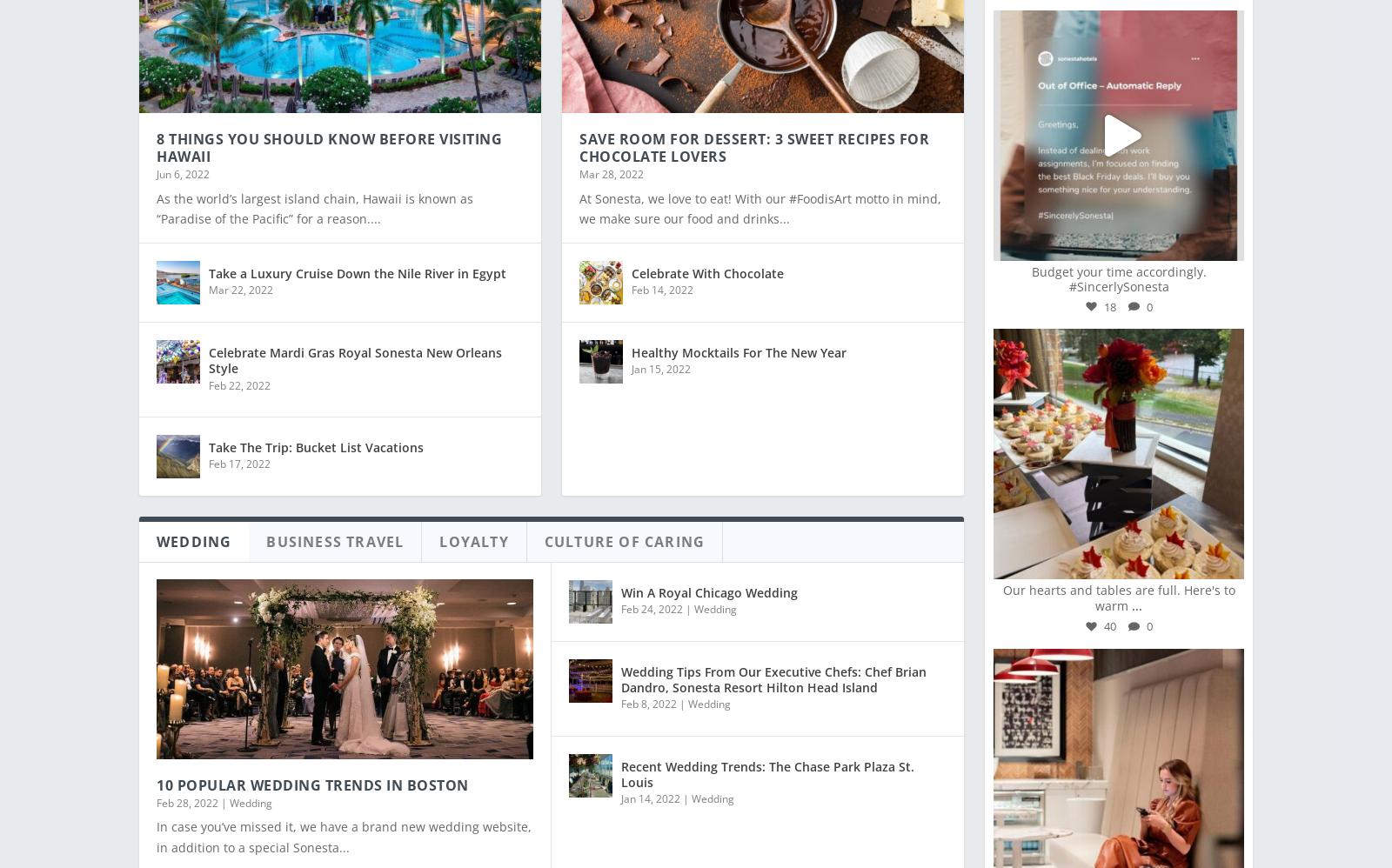 This screenshot has width=1392, height=868. What do you see at coordinates (156, 825) in the screenshot?
I see `'In case you’ve missed it, we have a brand new wedding website, in addition to a special Sonesta...'` at bounding box center [156, 825].